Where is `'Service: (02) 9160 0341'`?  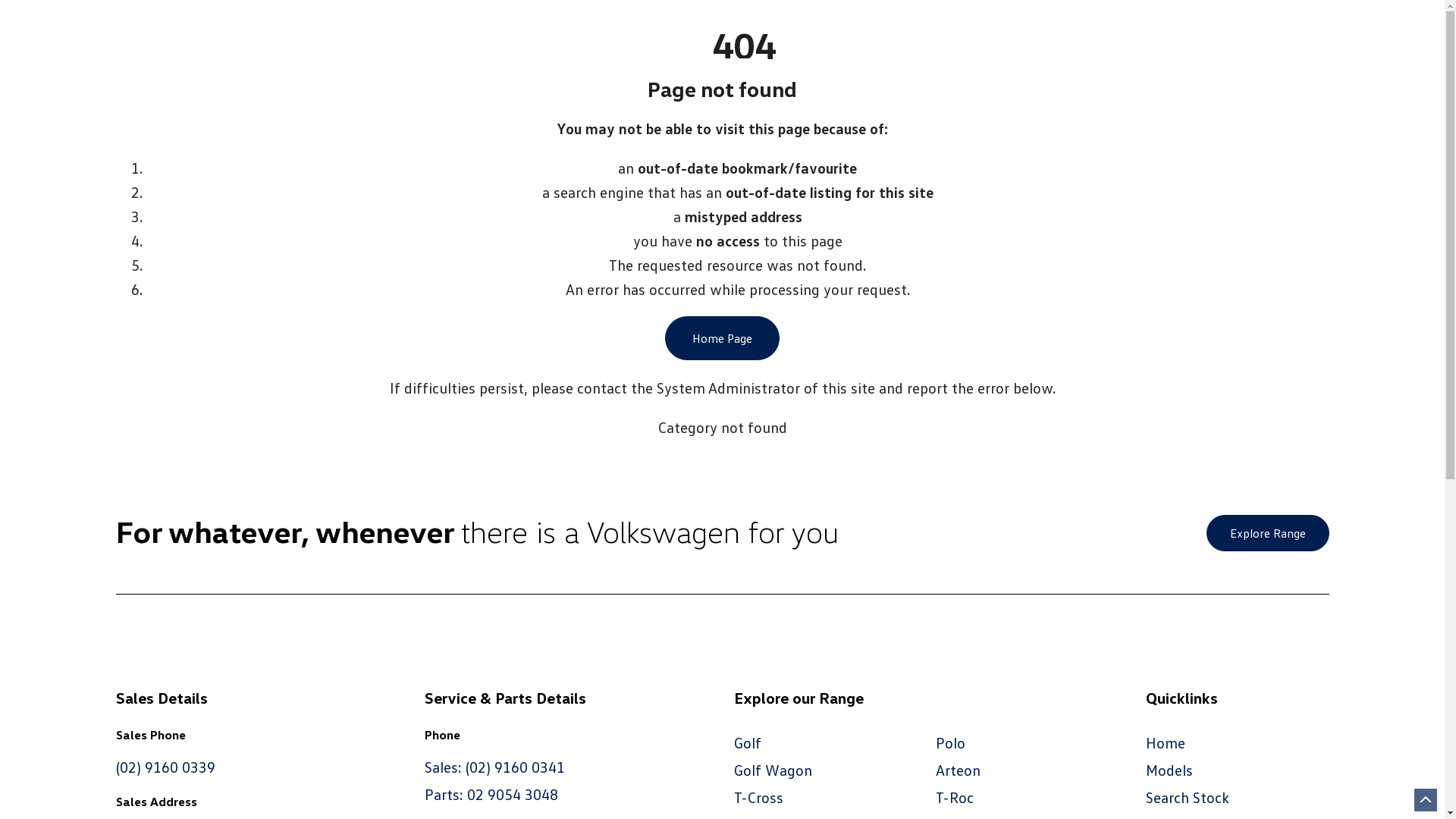
'Service: (02) 9160 0341' is located at coordinates (375, 29).